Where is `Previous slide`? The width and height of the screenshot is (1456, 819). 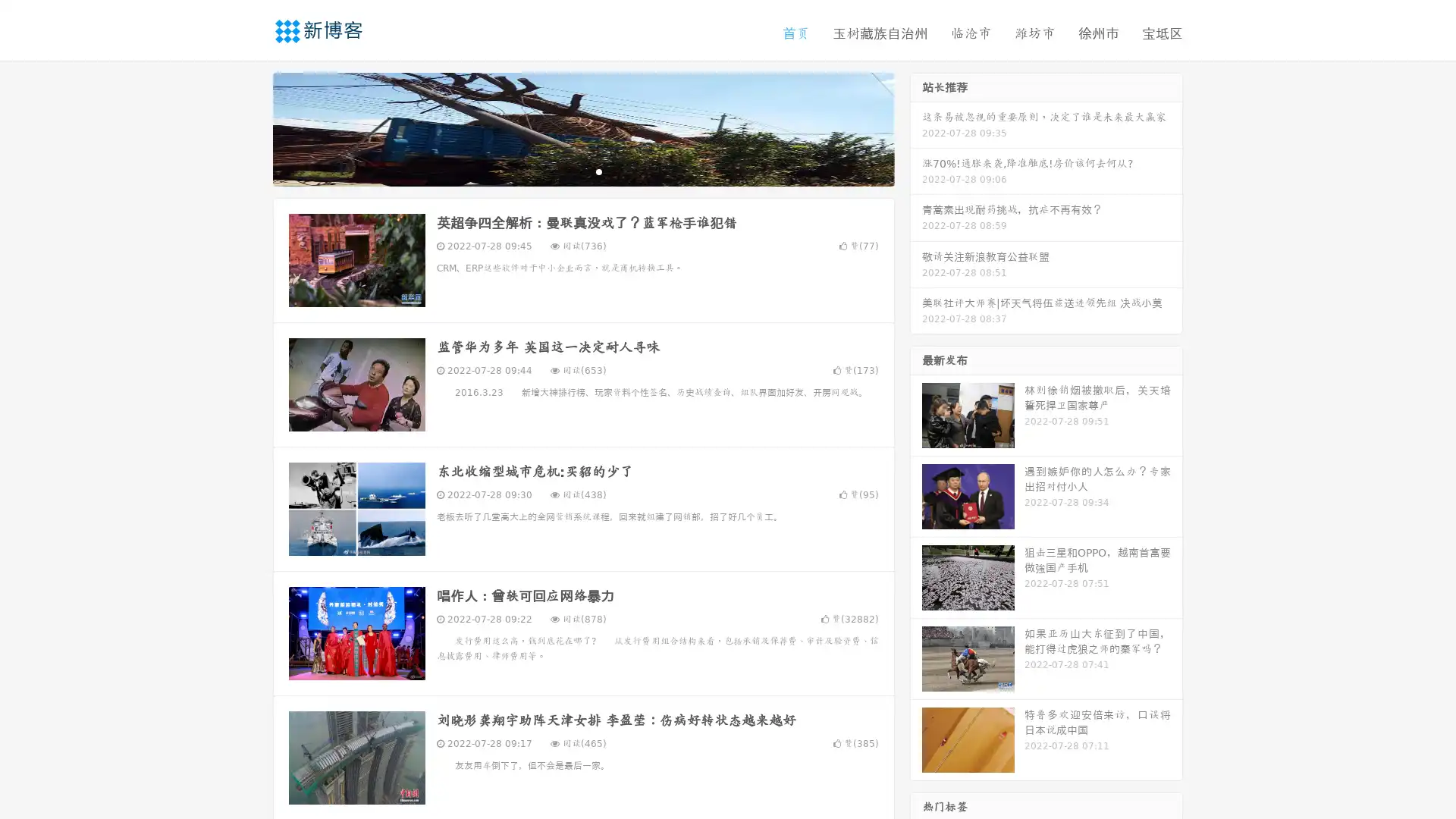 Previous slide is located at coordinates (250, 127).